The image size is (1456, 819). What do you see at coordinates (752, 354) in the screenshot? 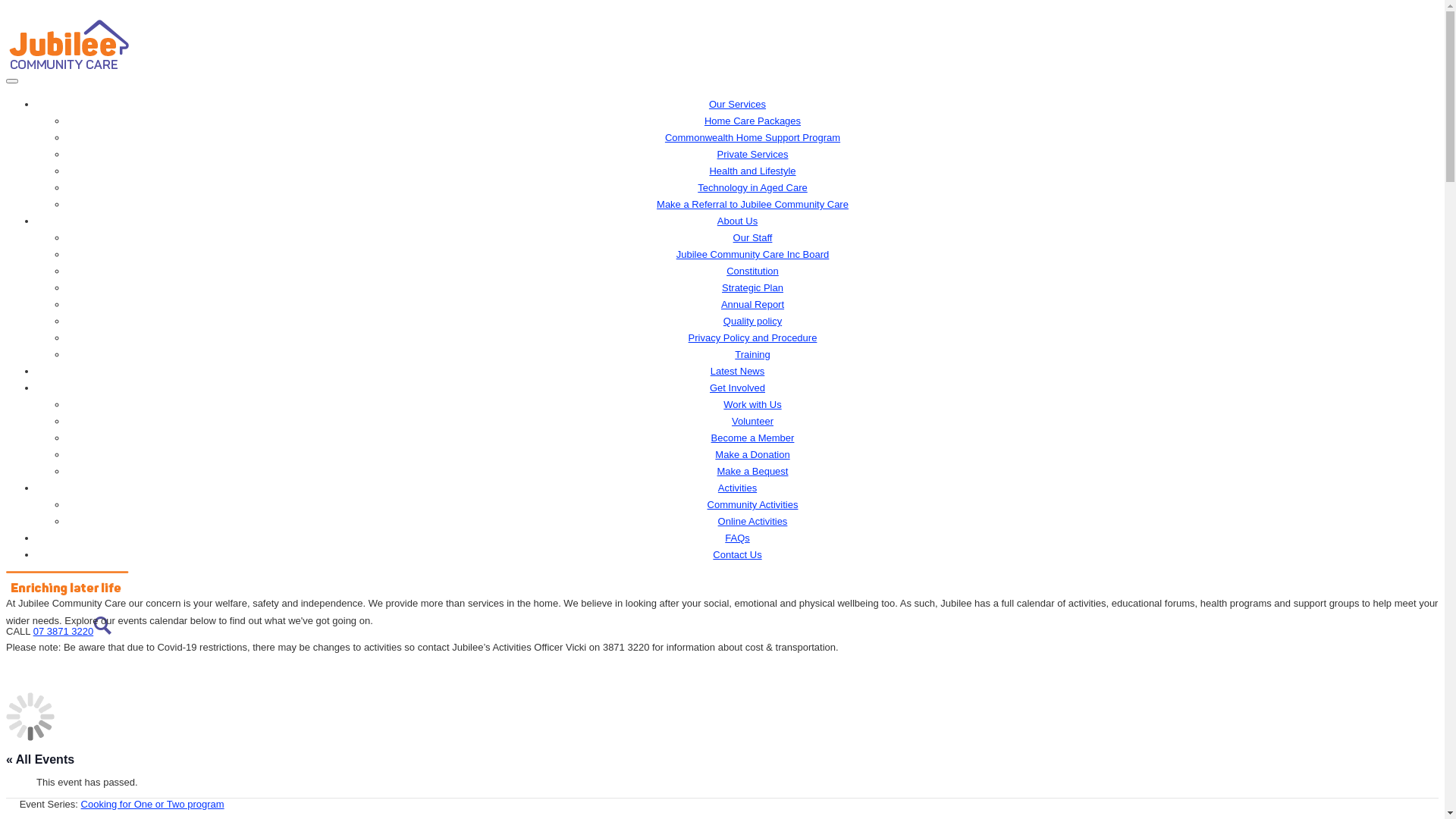
I see `'Training'` at bounding box center [752, 354].